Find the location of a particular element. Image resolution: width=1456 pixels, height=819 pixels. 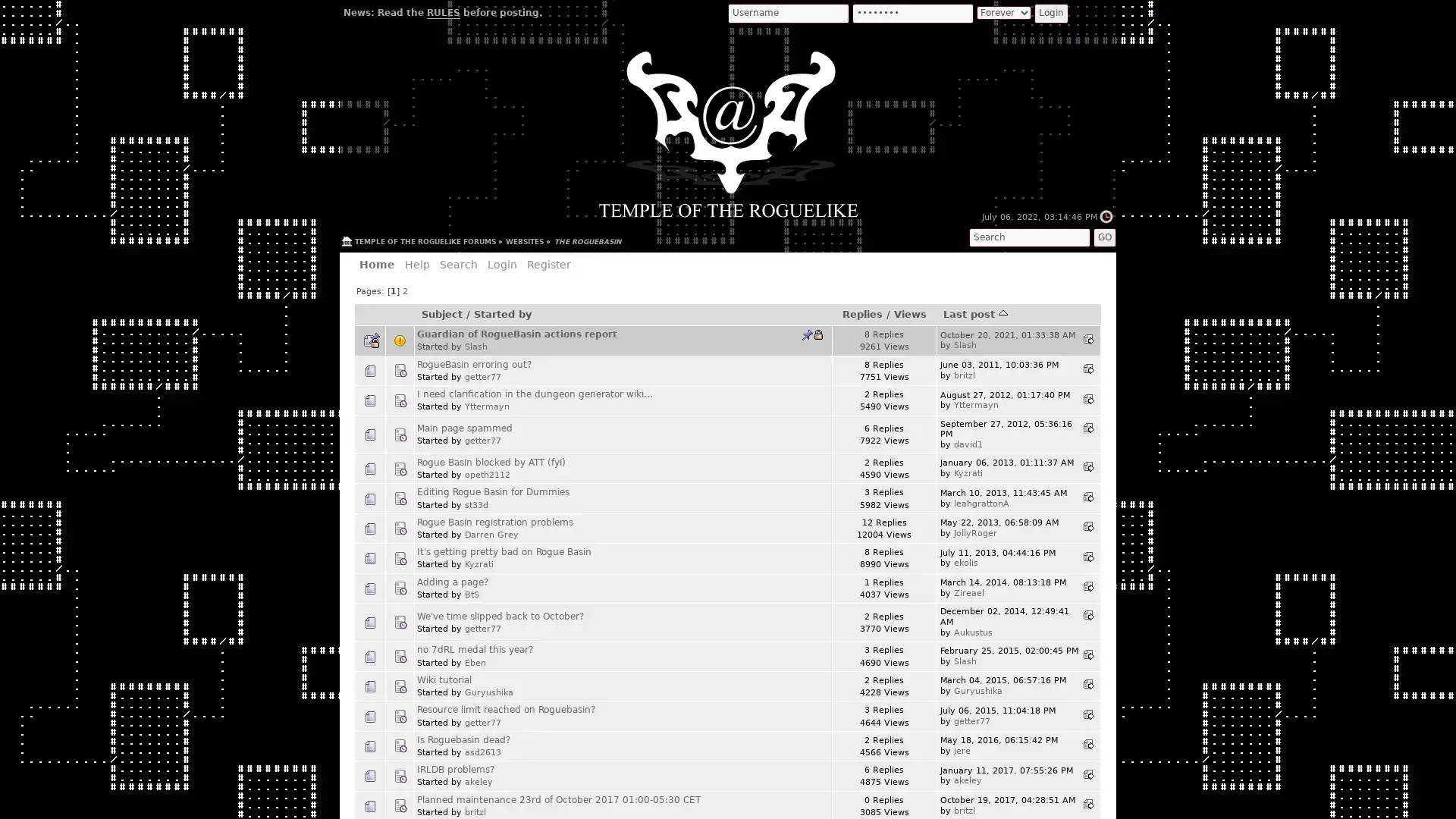

Login is located at coordinates (1050, 13).